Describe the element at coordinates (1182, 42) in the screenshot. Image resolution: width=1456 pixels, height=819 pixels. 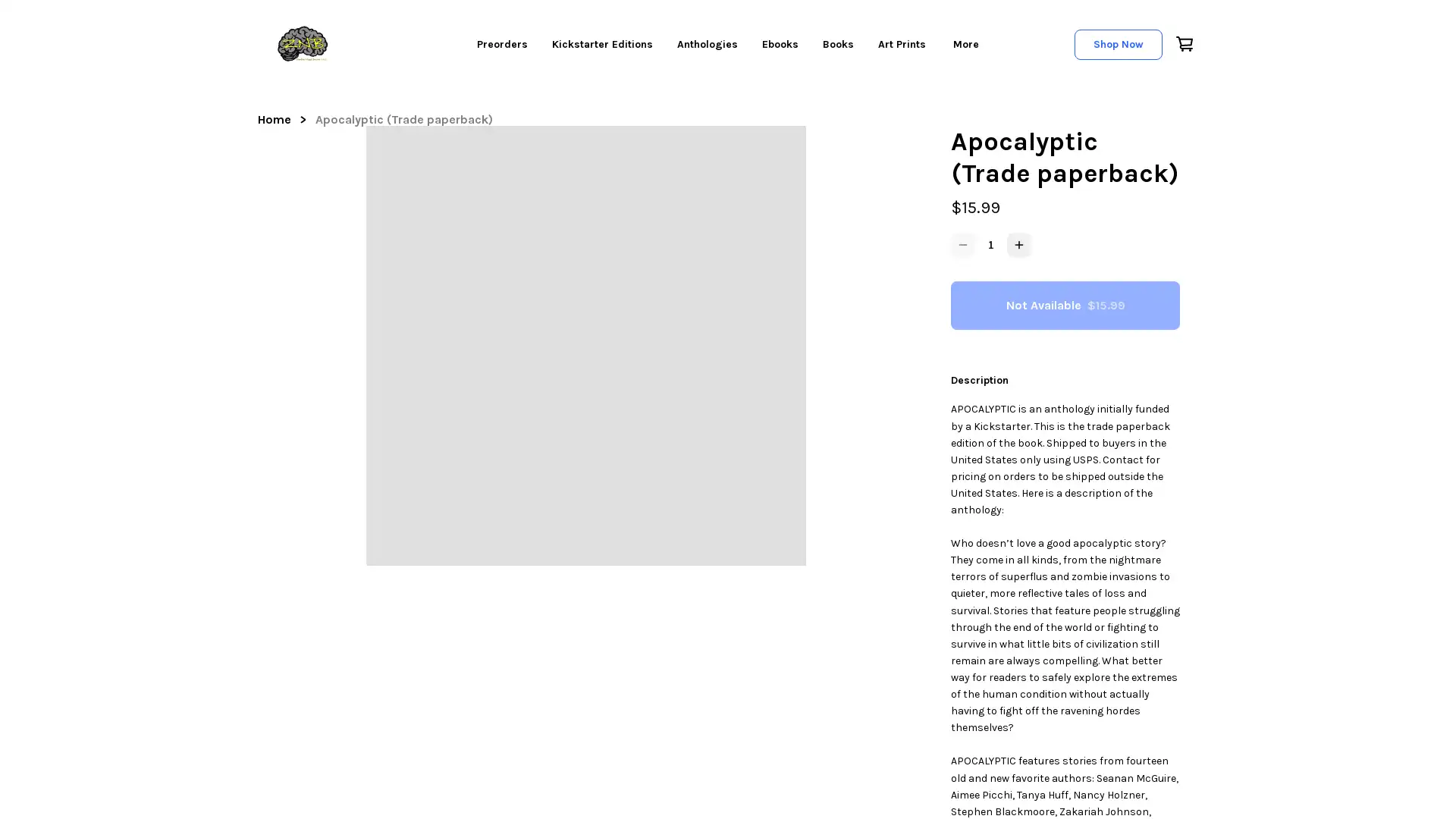
I see `Cart icon` at that location.